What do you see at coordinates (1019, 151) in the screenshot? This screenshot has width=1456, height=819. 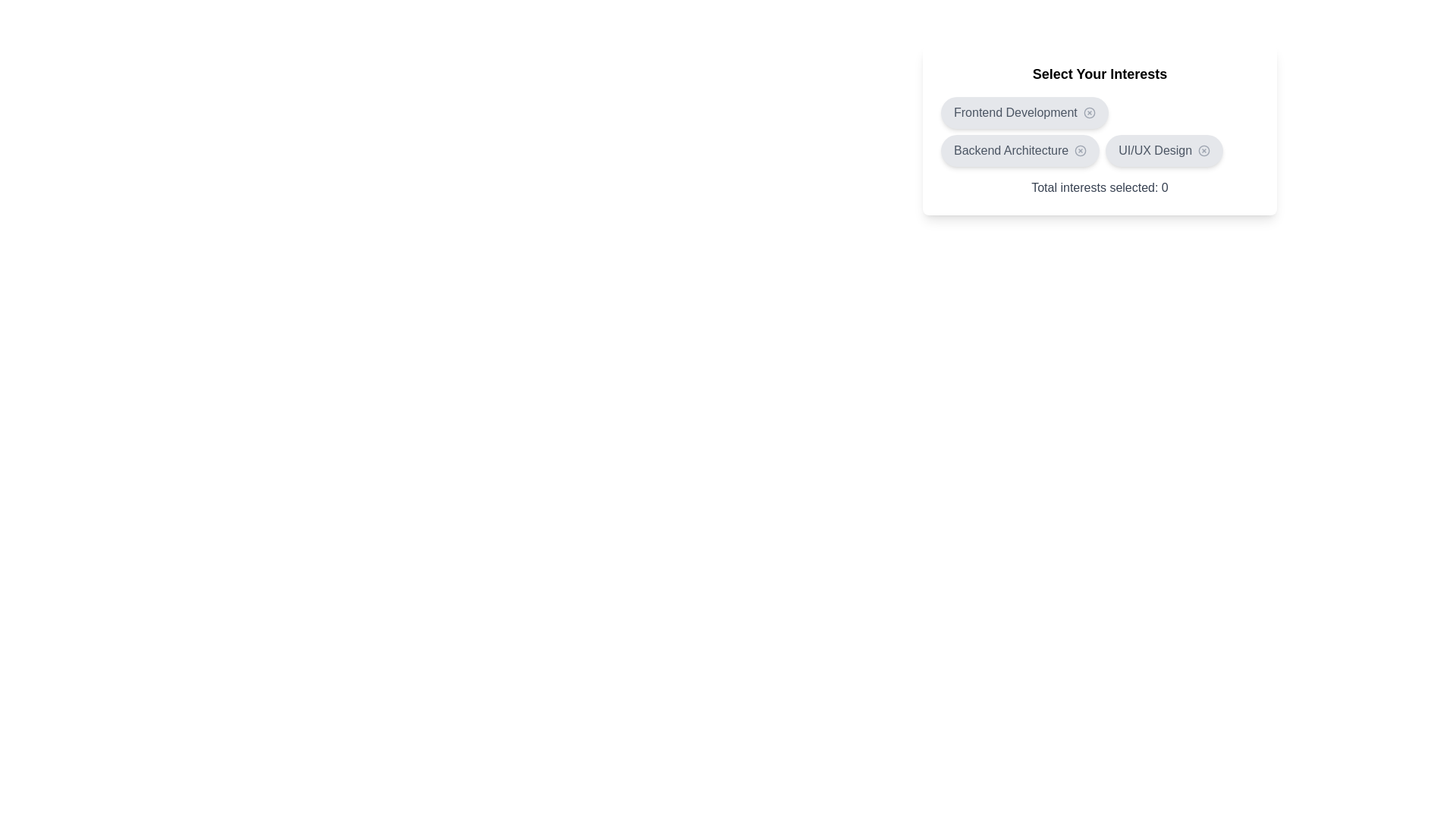 I see `the close icon 'X' of the button that allows users to deselect the 'Backend Architecture' interest` at bounding box center [1019, 151].